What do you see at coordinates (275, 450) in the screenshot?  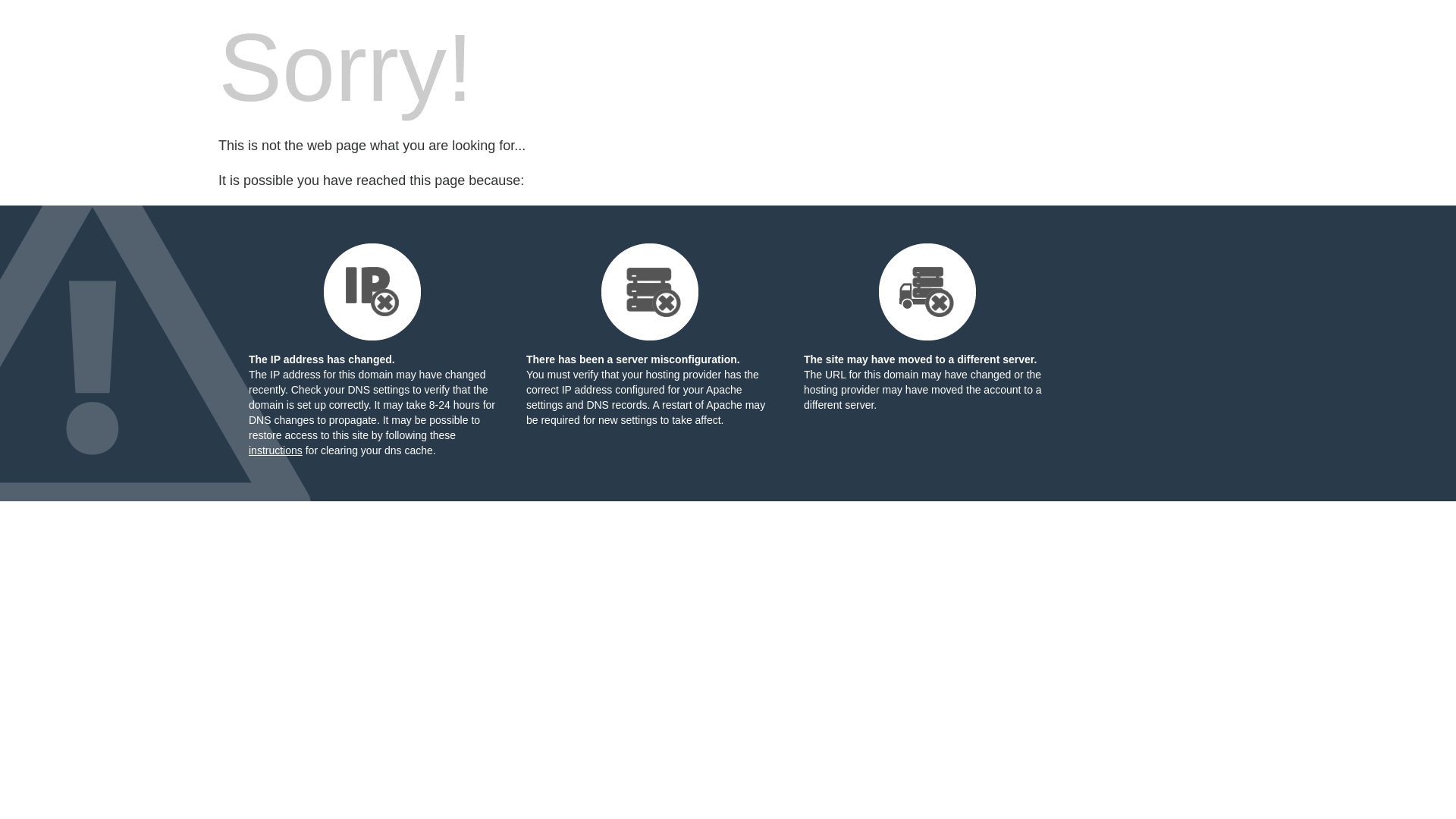 I see `'instructions'` at bounding box center [275, 450].